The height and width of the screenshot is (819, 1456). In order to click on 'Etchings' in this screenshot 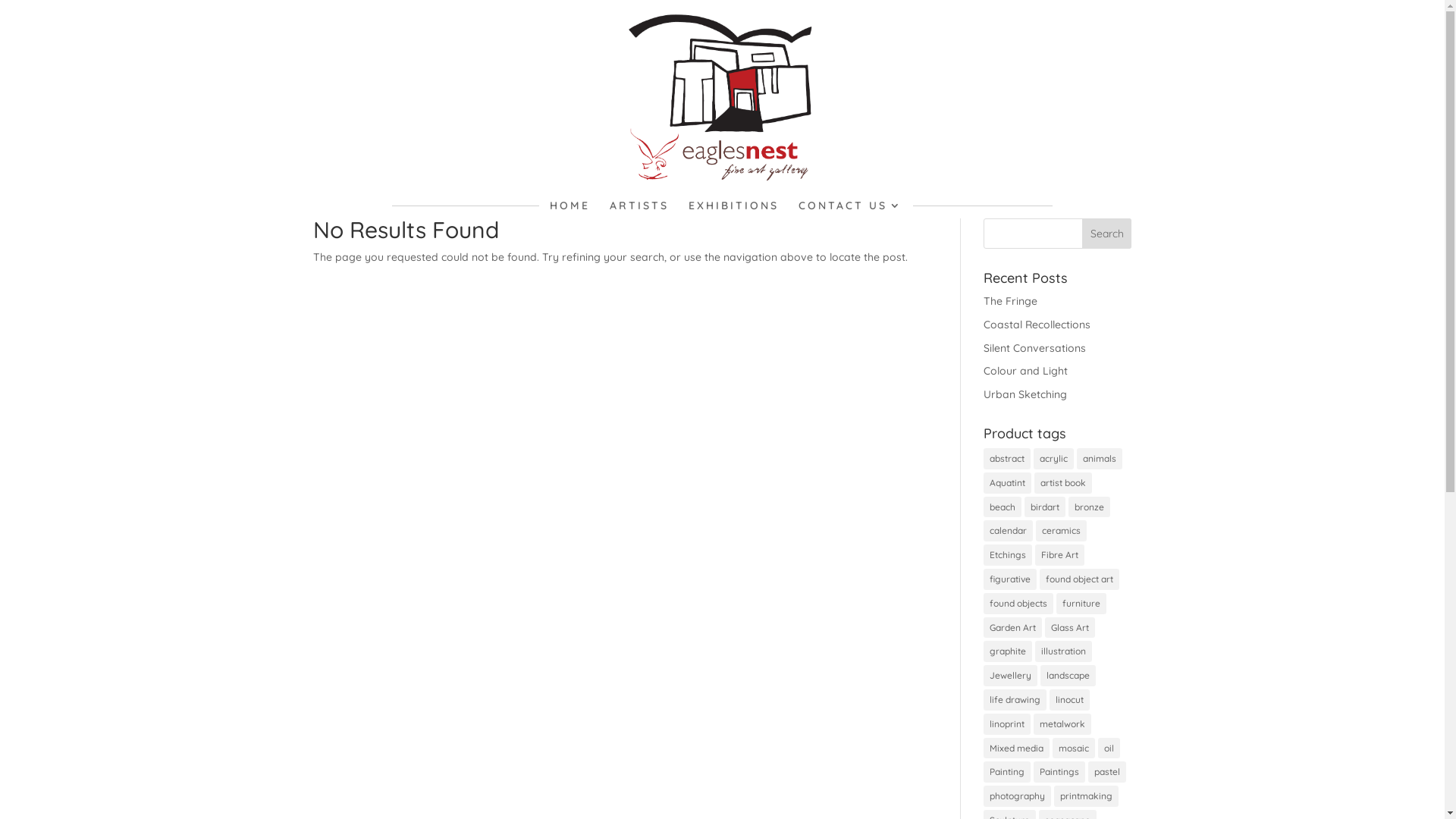, I will do `click(1008, 555)`.